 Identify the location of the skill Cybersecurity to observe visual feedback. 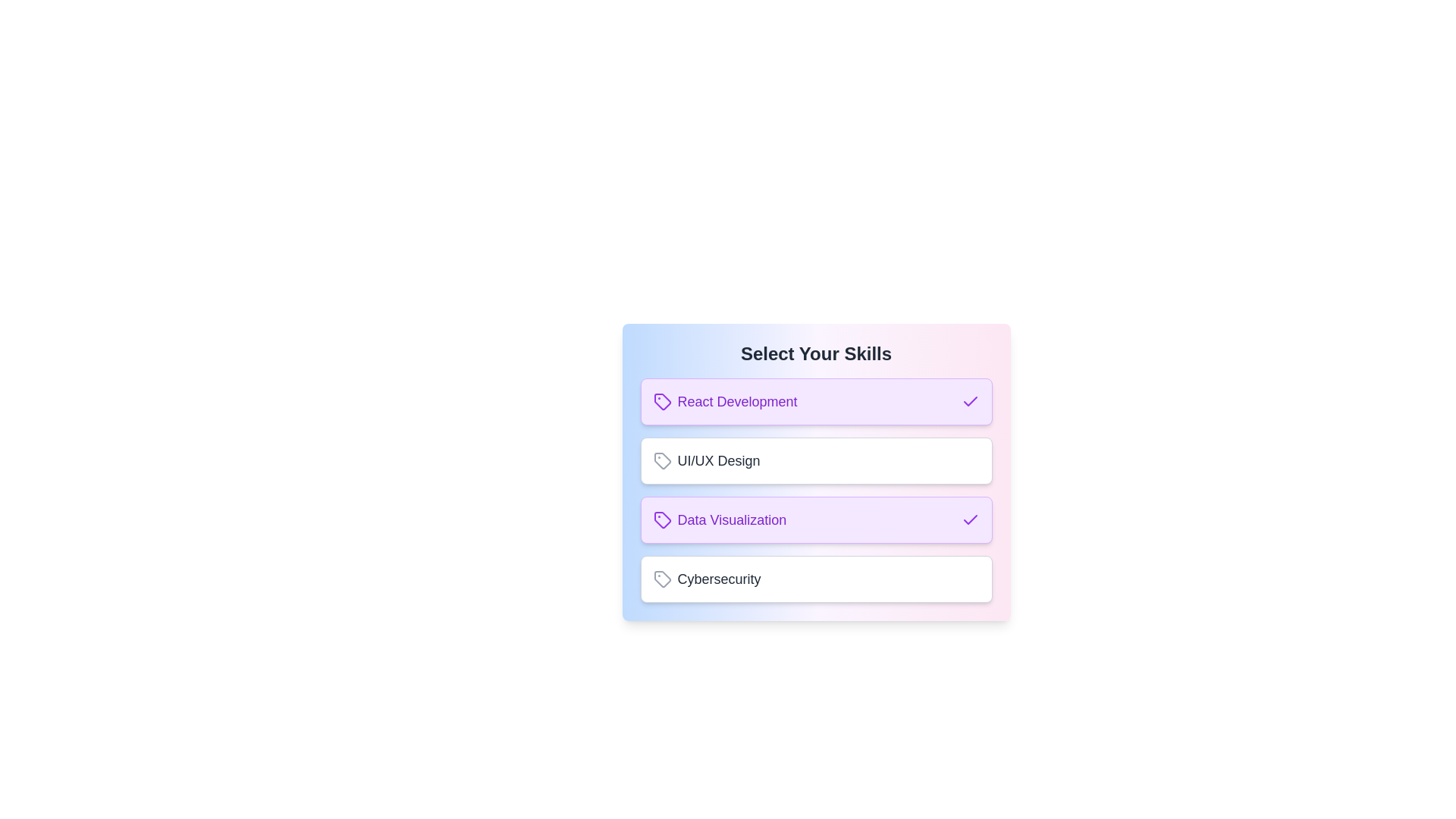
(815, 579).